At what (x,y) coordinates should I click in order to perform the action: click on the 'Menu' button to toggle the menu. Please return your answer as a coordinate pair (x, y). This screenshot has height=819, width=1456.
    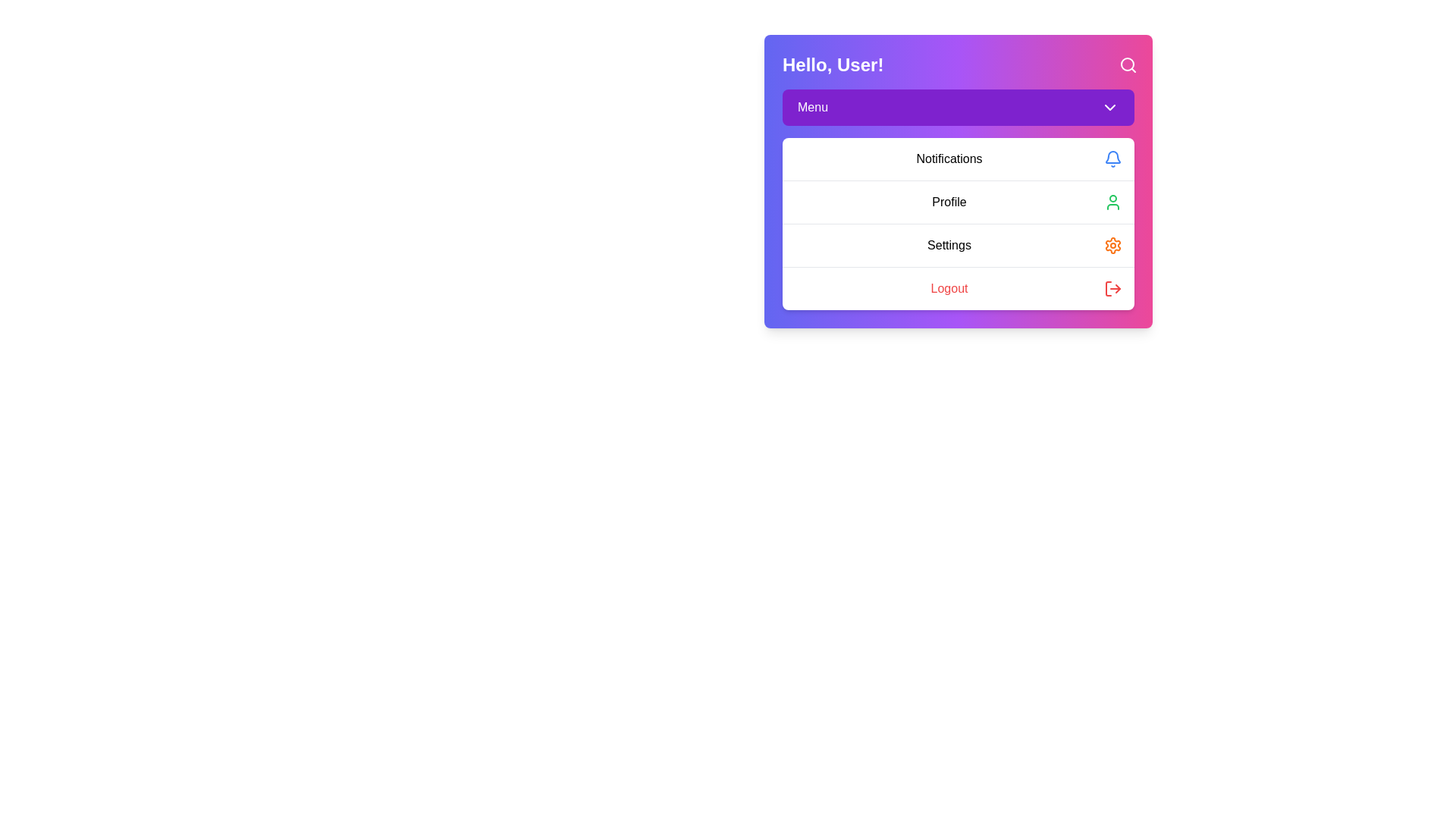
    Looking at the image, I should click on (957, 107).